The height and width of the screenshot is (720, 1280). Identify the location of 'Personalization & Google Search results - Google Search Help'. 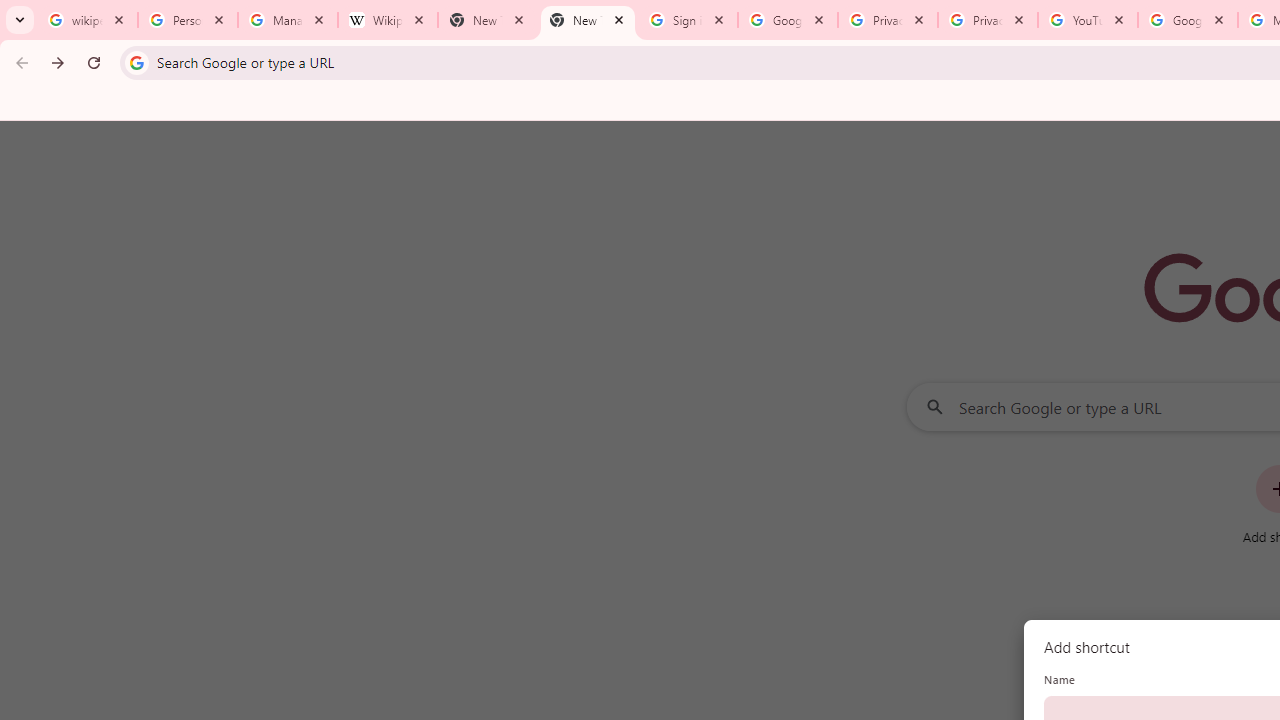
(188, 20).